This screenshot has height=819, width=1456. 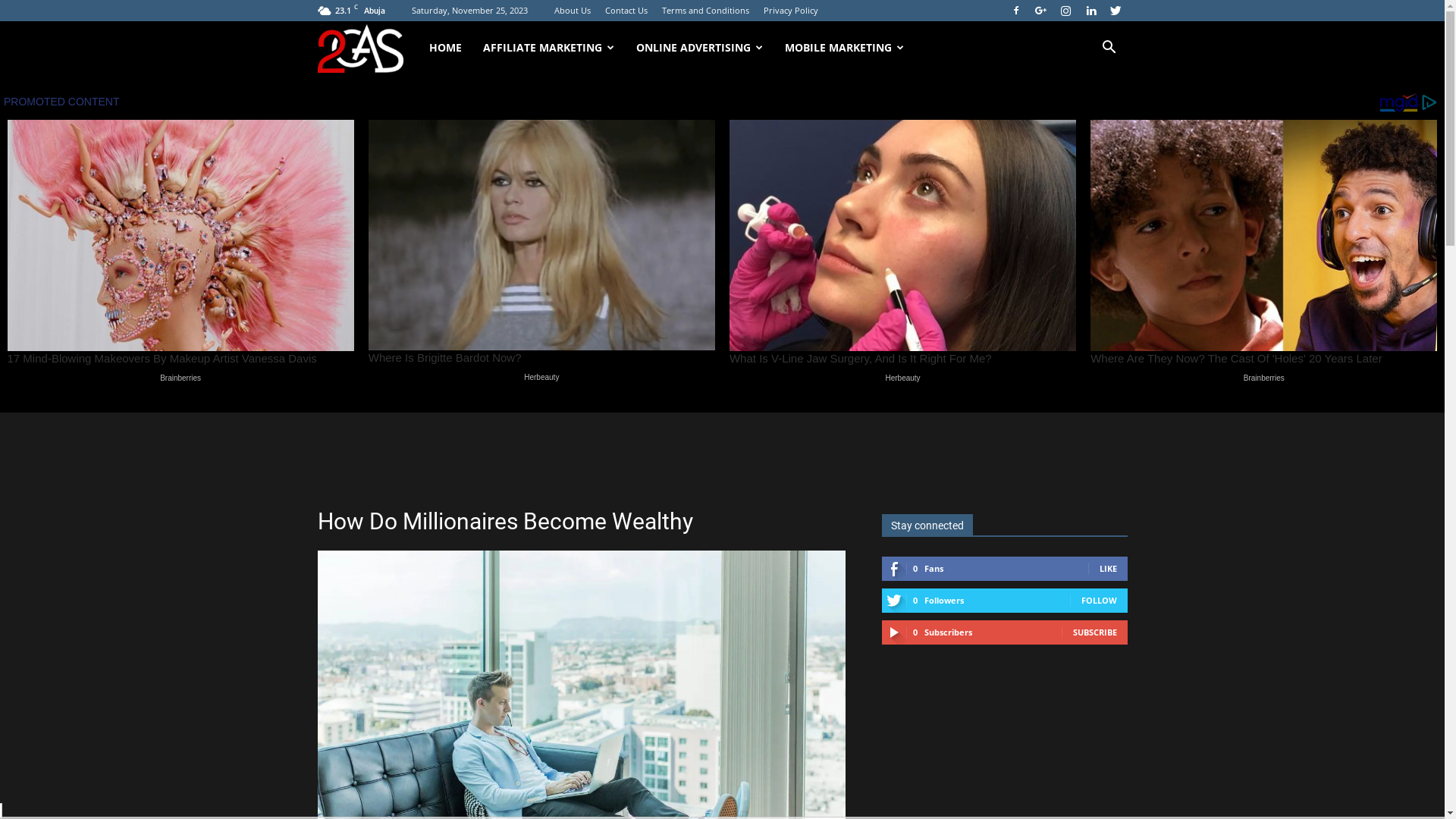 I want to click on 'FOLLOW', so click(x=1099, y=599).